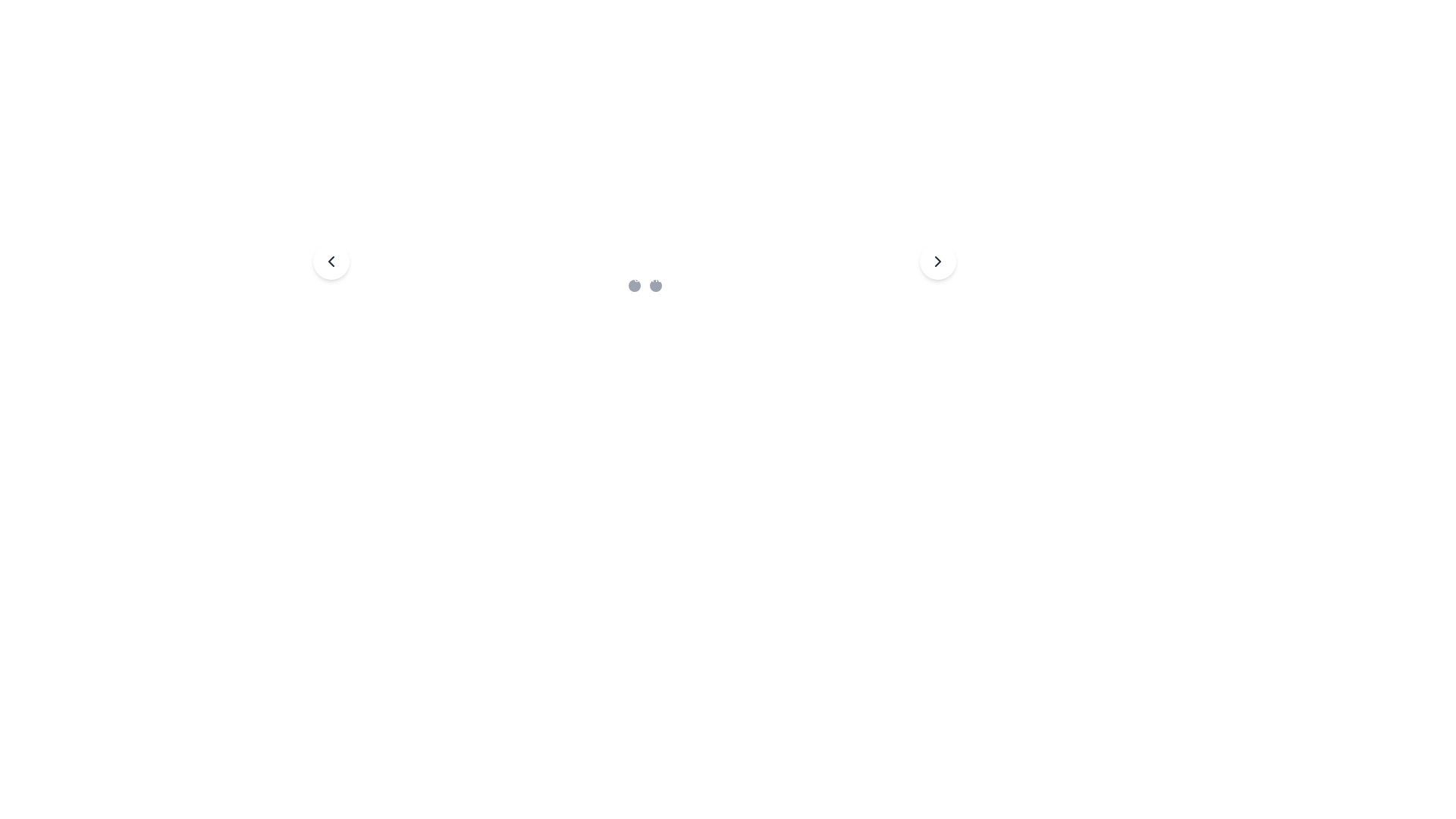  Describe the element at coordinates (937, 260) in the screenshot. I see `the white circular button containing the gray rightward-pointing chevron icon` at that location.